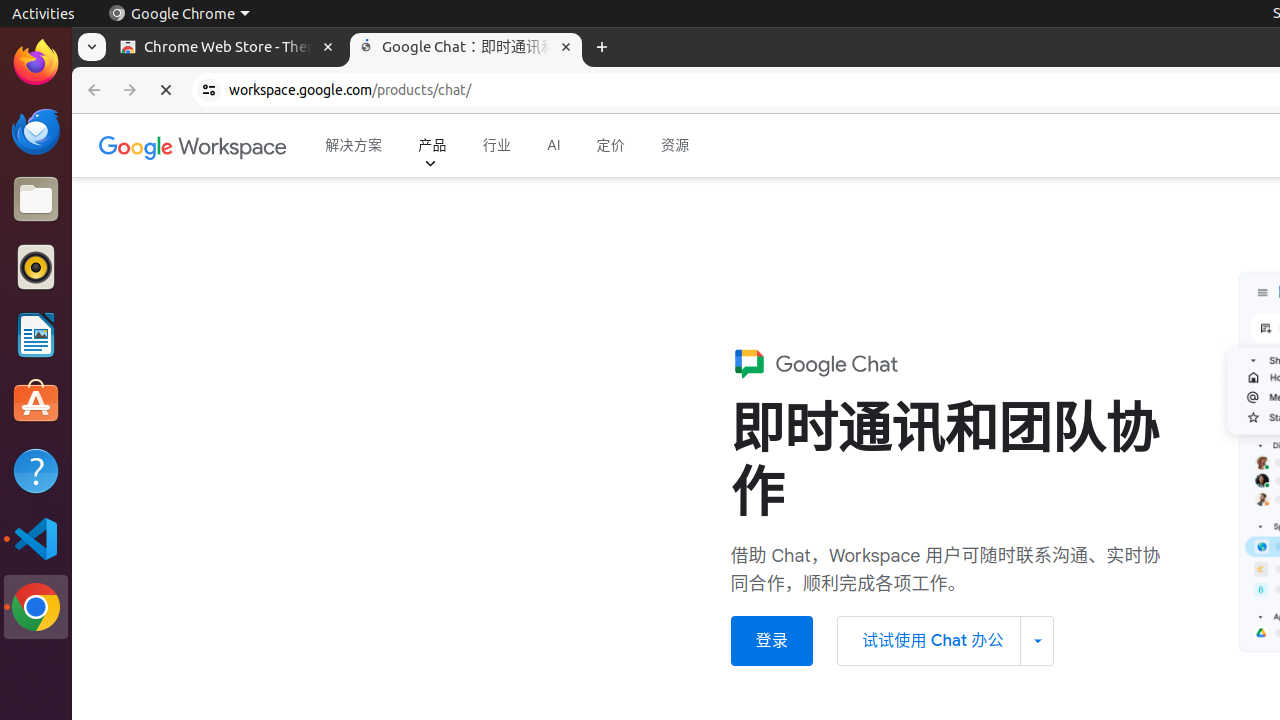 This screenshot has width=1280, height=720. What do you see at coordinates (166, 90) in the screenshot?
I see `'Reload'` at bounding box center [166, 90].